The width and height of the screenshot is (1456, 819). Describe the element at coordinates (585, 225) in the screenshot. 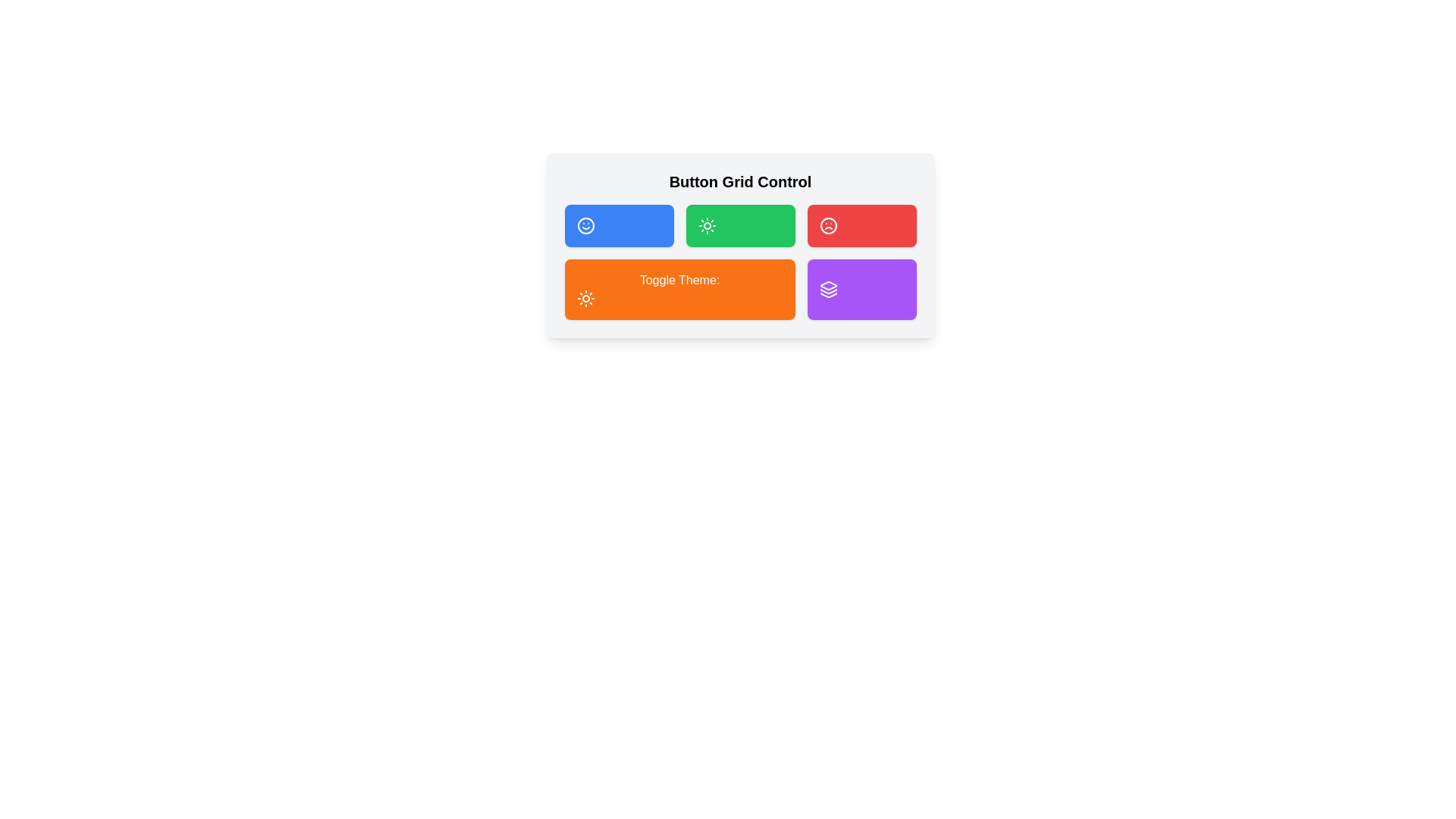

I see `the SVG circle graphic representing the smiley face's circular boundary by clicking nearby for accessibility` at that location.